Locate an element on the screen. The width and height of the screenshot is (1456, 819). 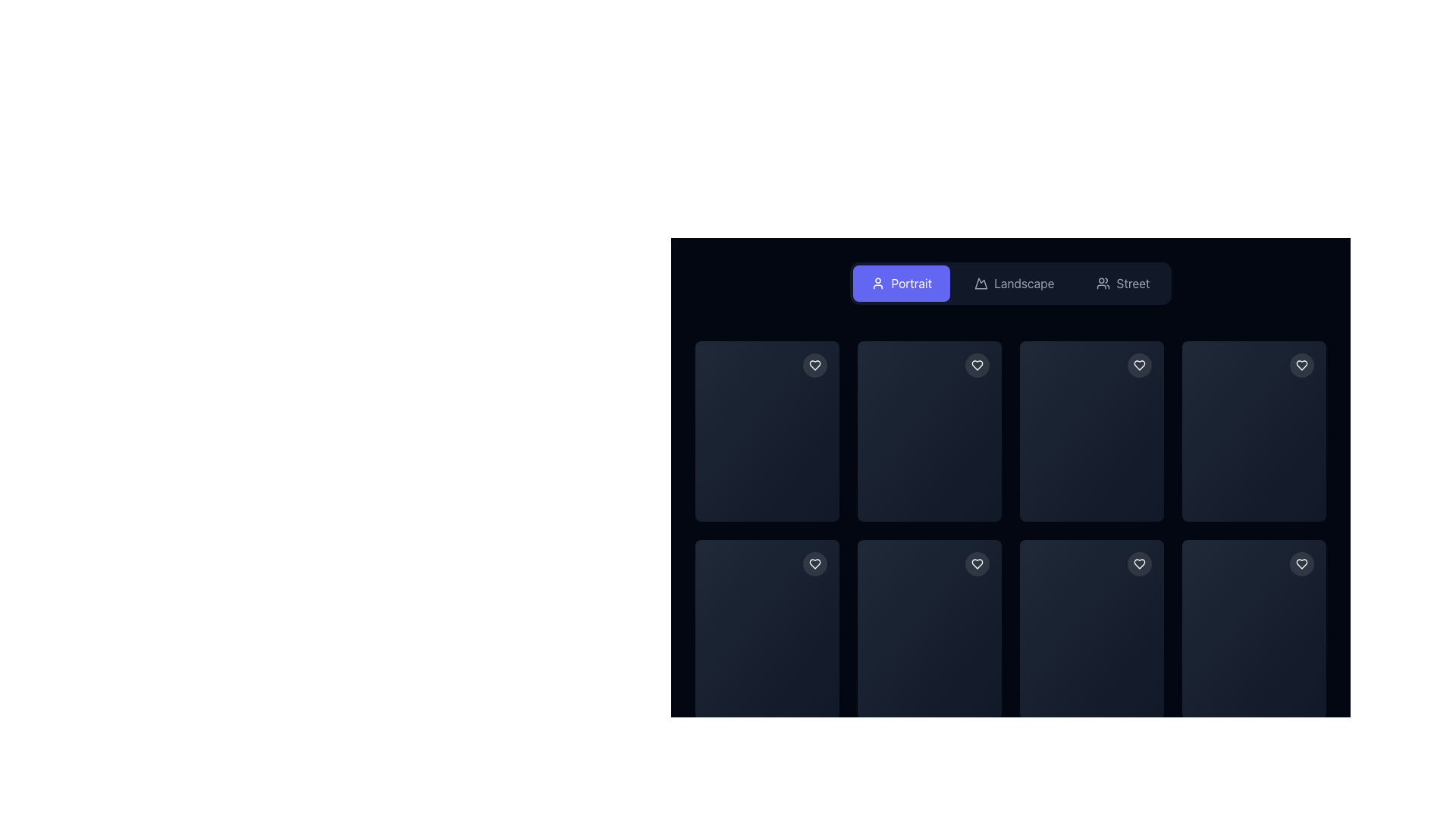
the group/community icon located to the left of the 'Street' button in the top navigation section is located at coordinates (1103, 284).